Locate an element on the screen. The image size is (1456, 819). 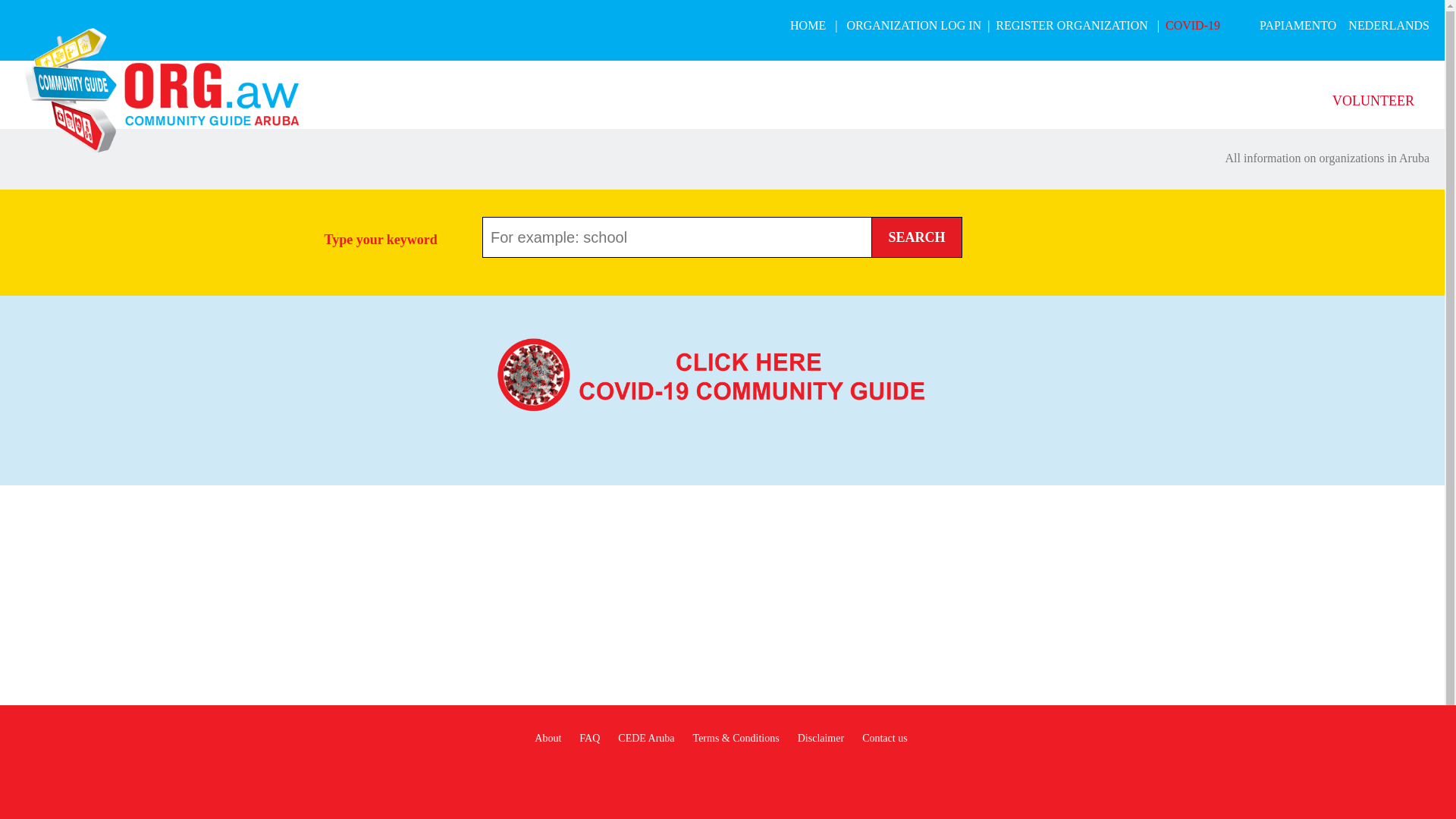
'NEDERLANDS' is located at coordinates (1389, 25).